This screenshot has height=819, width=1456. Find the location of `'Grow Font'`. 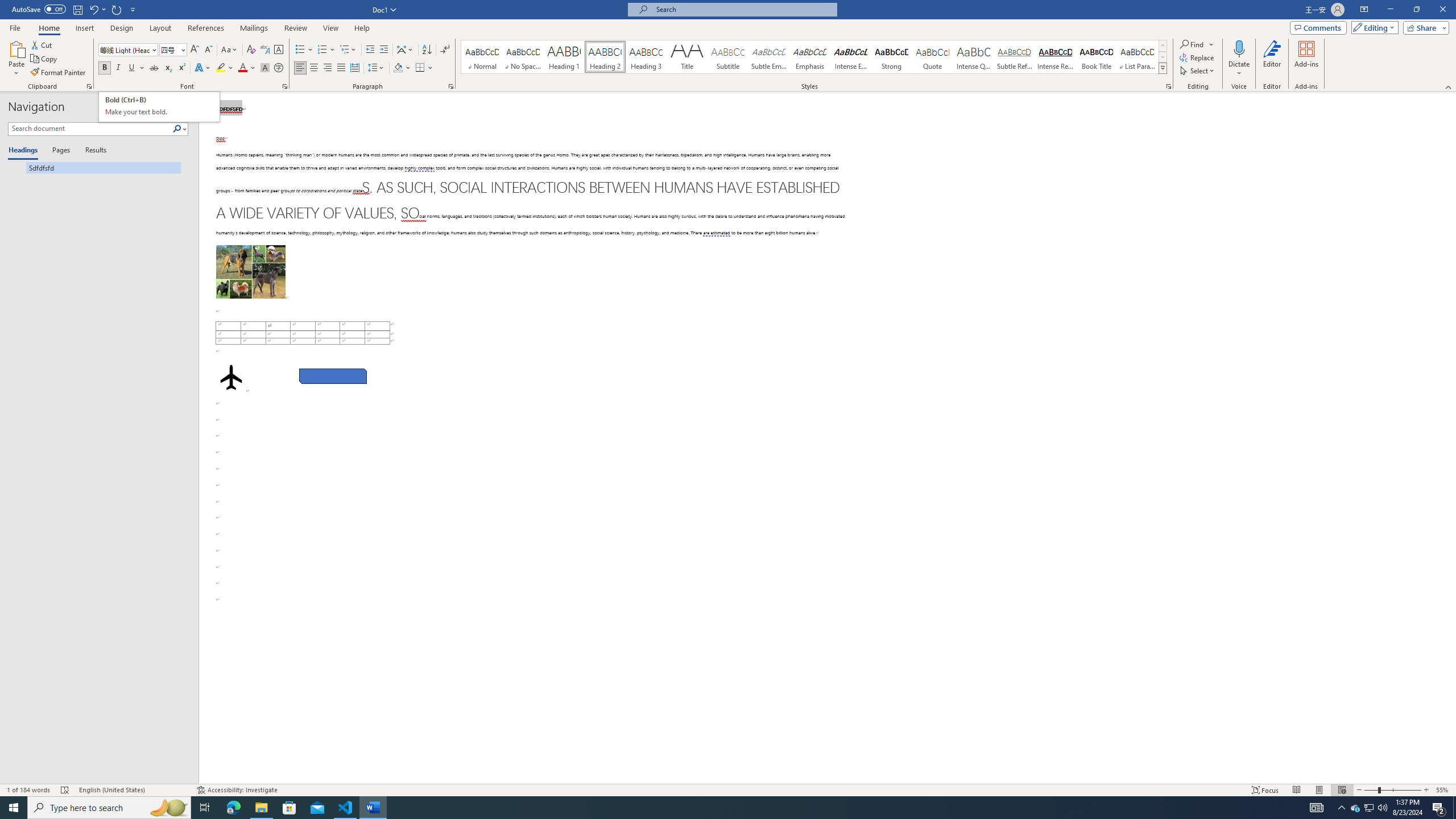

'Grow Font' is located at coordinates (194, 49).